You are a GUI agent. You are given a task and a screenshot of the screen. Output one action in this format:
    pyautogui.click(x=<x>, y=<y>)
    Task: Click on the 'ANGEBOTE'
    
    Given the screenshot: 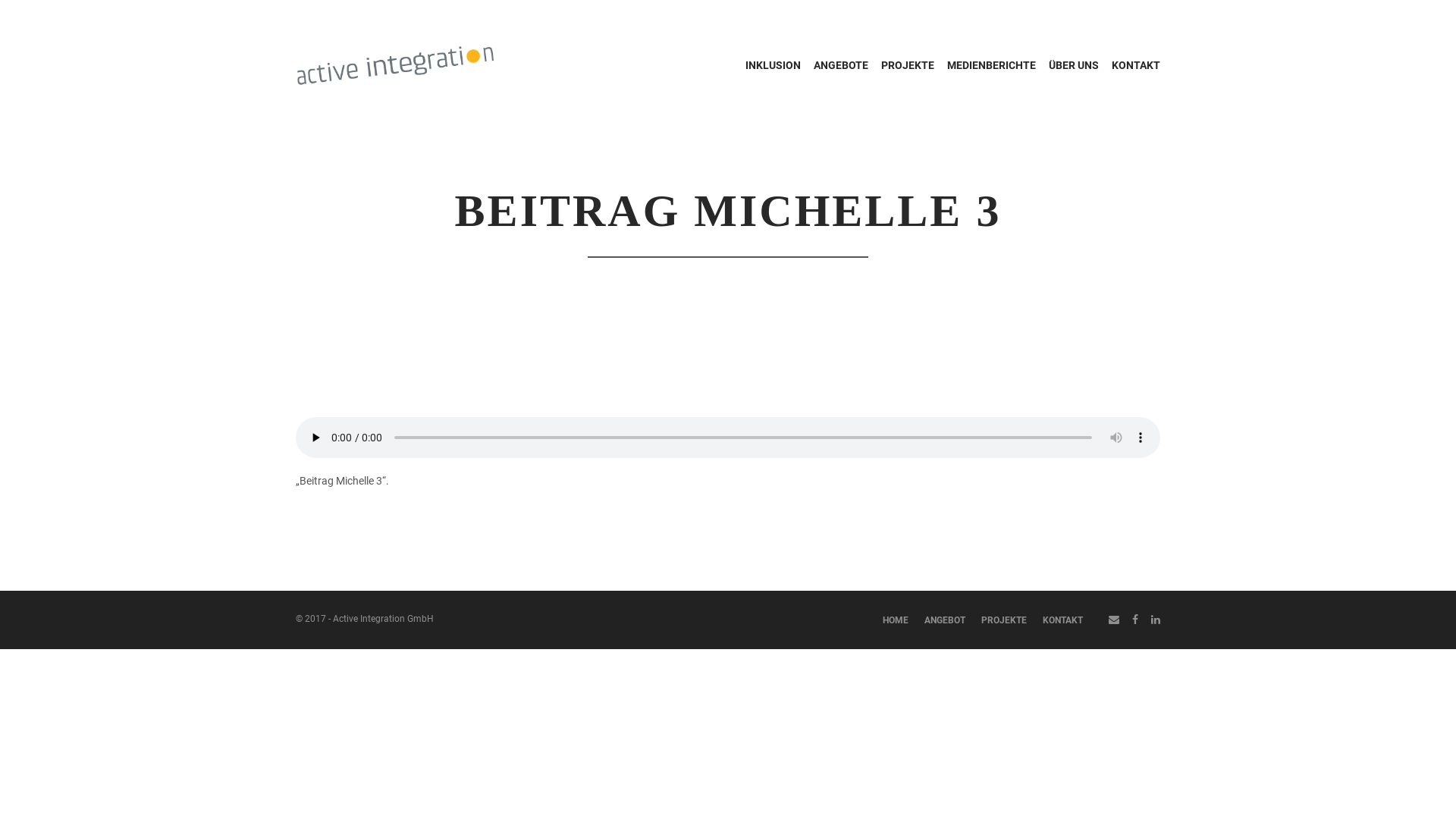 What is the action you would take?
    pyautogui.click(x=839, y=64)
    